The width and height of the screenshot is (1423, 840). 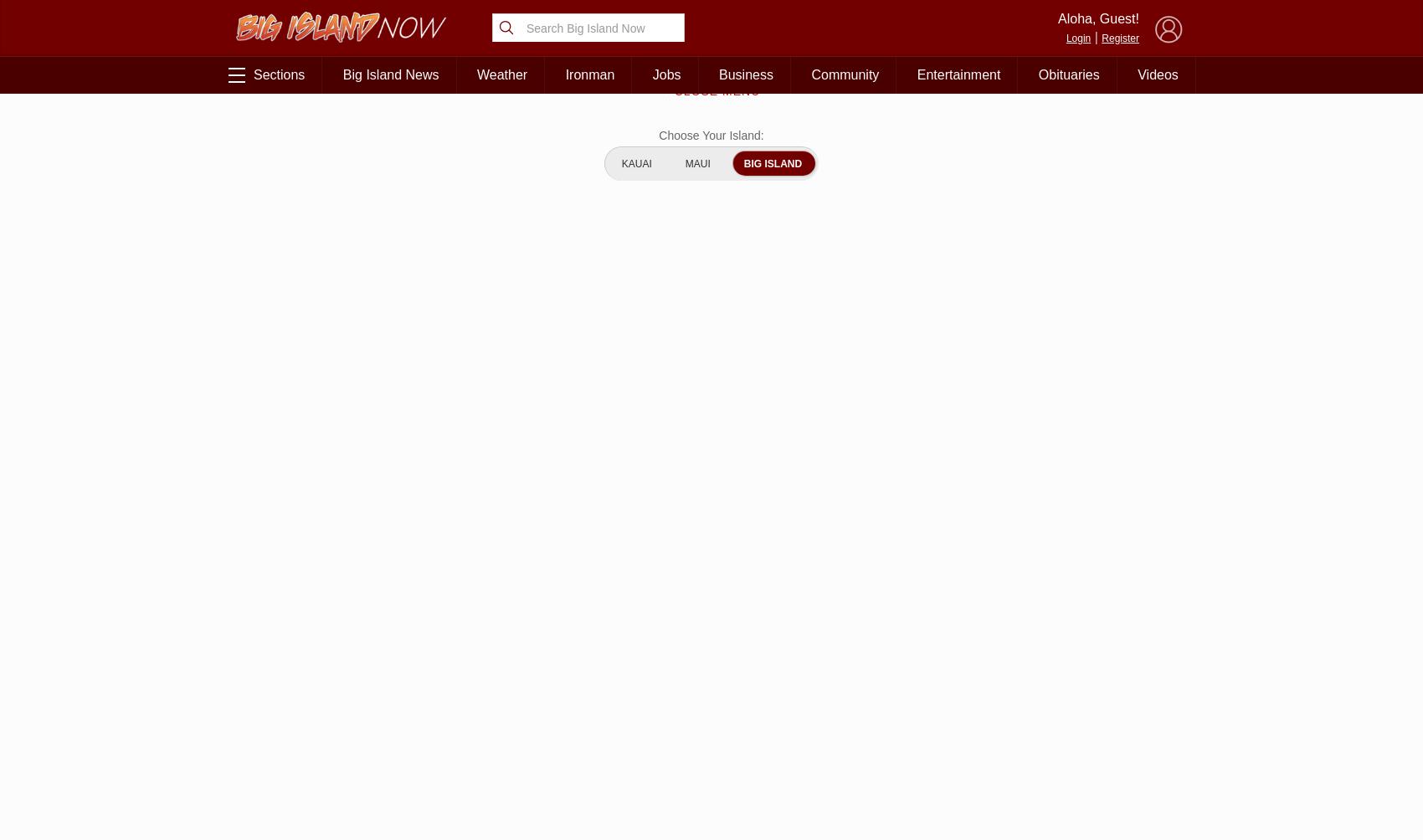 I want to click on 'Ironman', so click(x=589, y=74).